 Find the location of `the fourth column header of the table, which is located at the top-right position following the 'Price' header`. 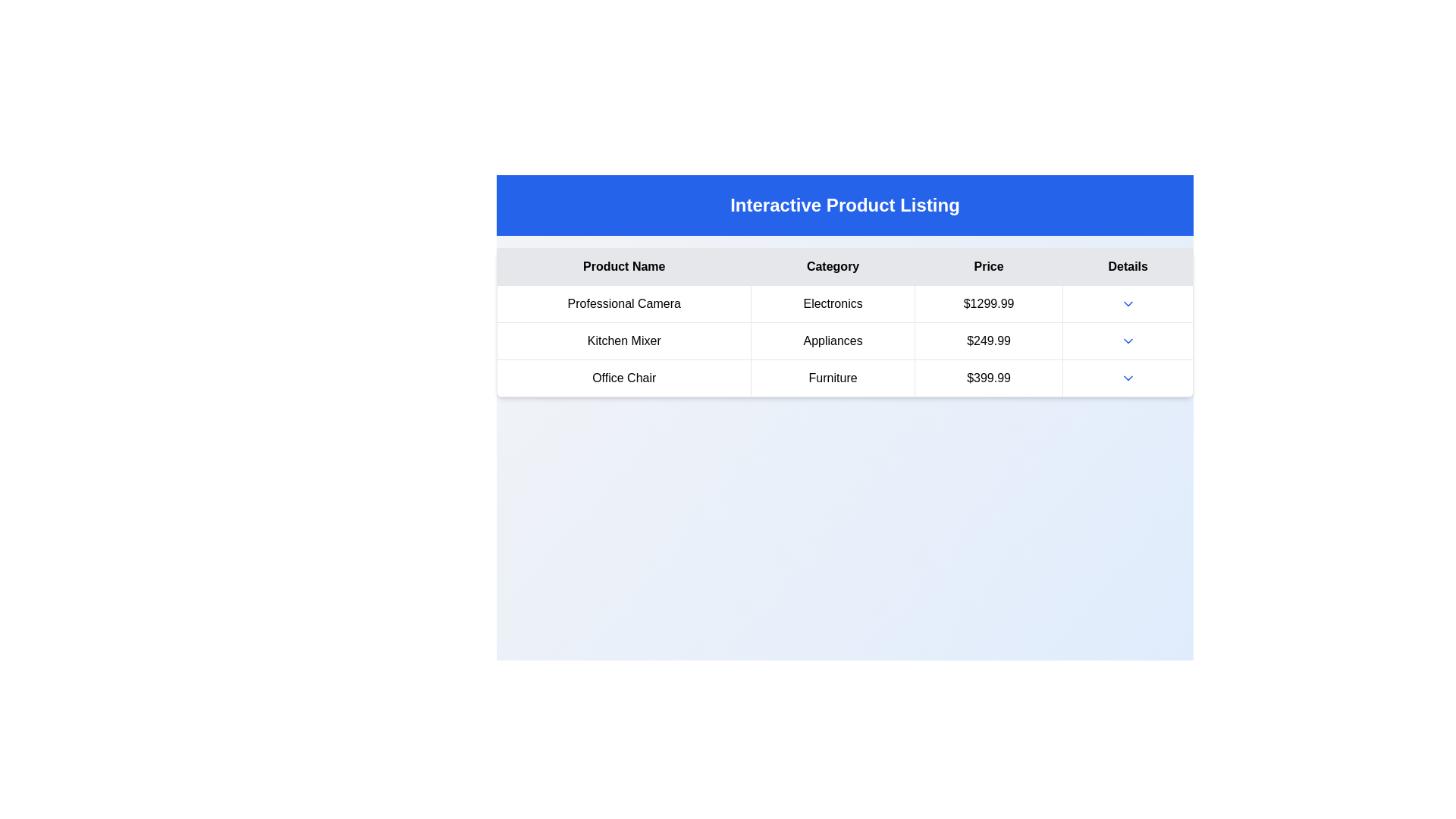

the fourth column header of the table, which is located at the top-right position following the 'Price' header is located at coordinates (1128, 265).